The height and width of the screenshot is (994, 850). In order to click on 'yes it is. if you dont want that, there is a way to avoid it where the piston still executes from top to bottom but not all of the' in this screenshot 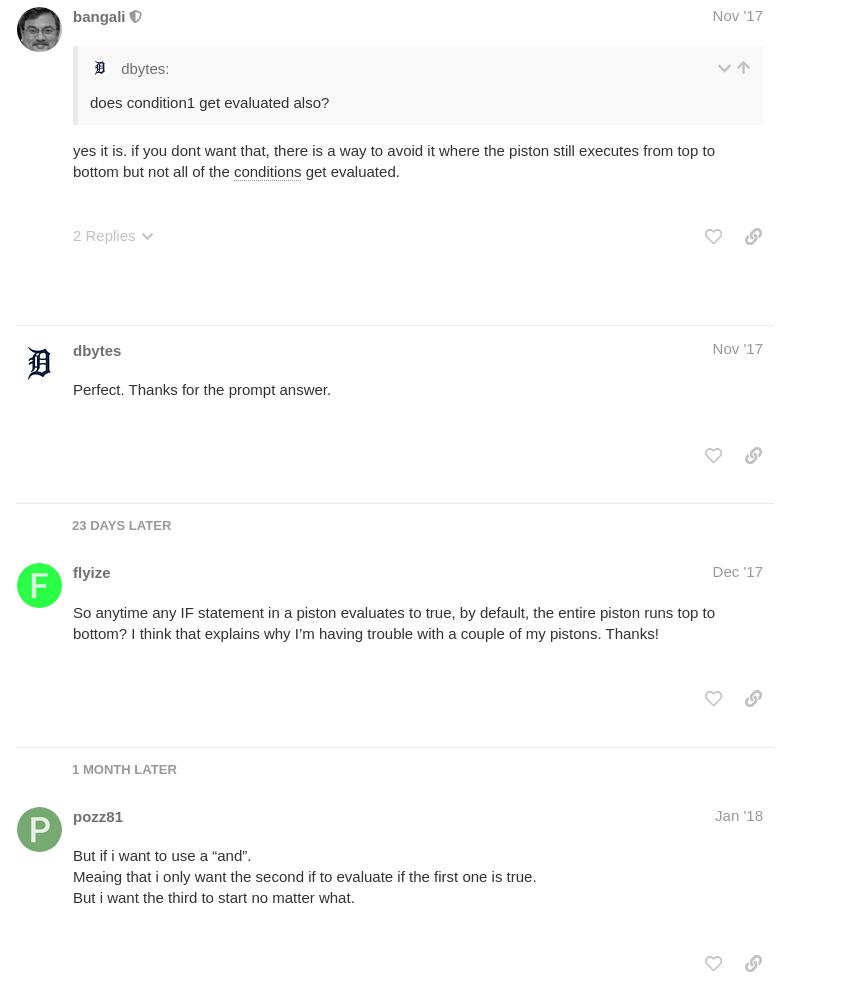, I will do `click(393, 160)`.